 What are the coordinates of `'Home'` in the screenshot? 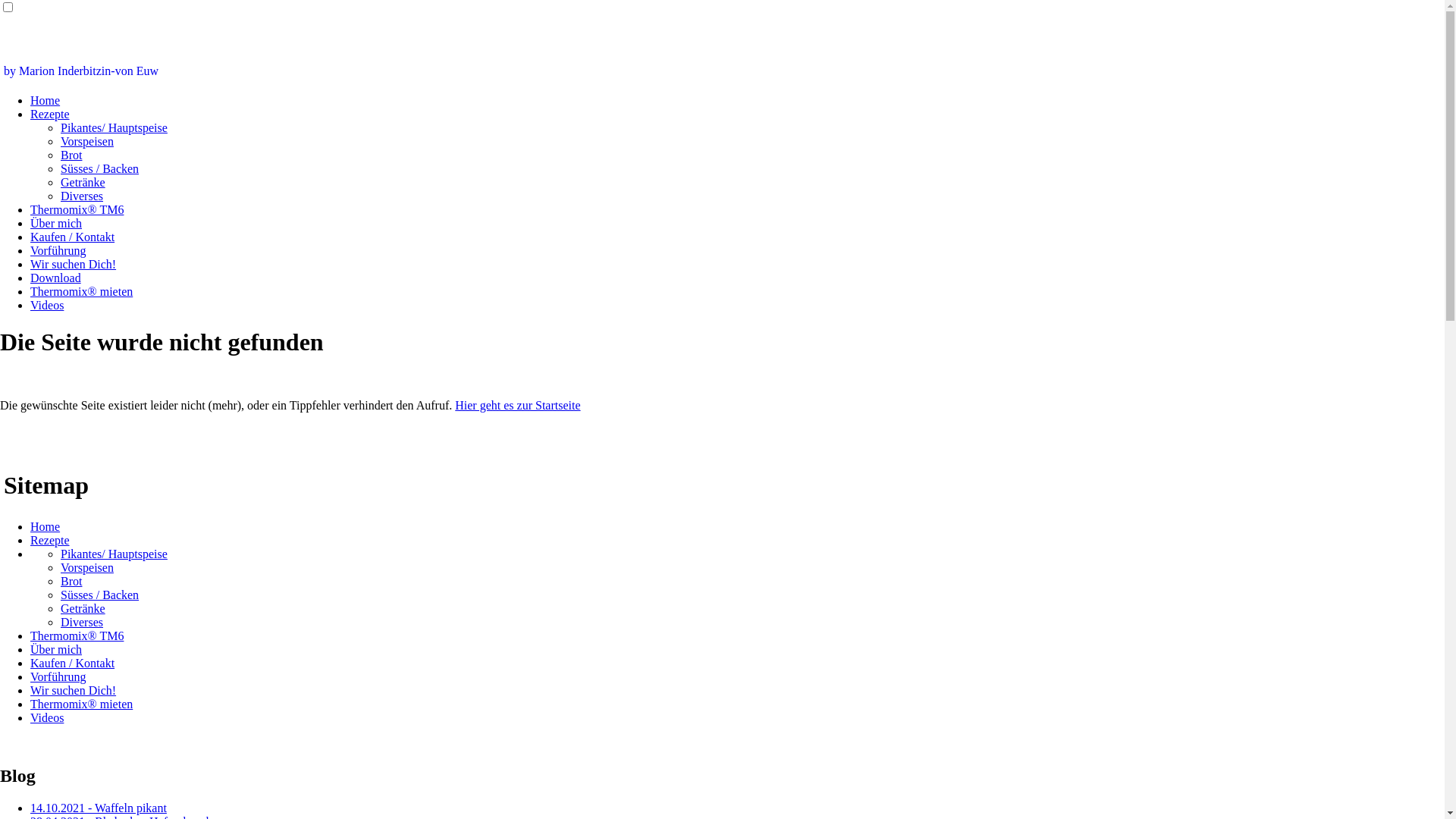 It's located at (30, 100).